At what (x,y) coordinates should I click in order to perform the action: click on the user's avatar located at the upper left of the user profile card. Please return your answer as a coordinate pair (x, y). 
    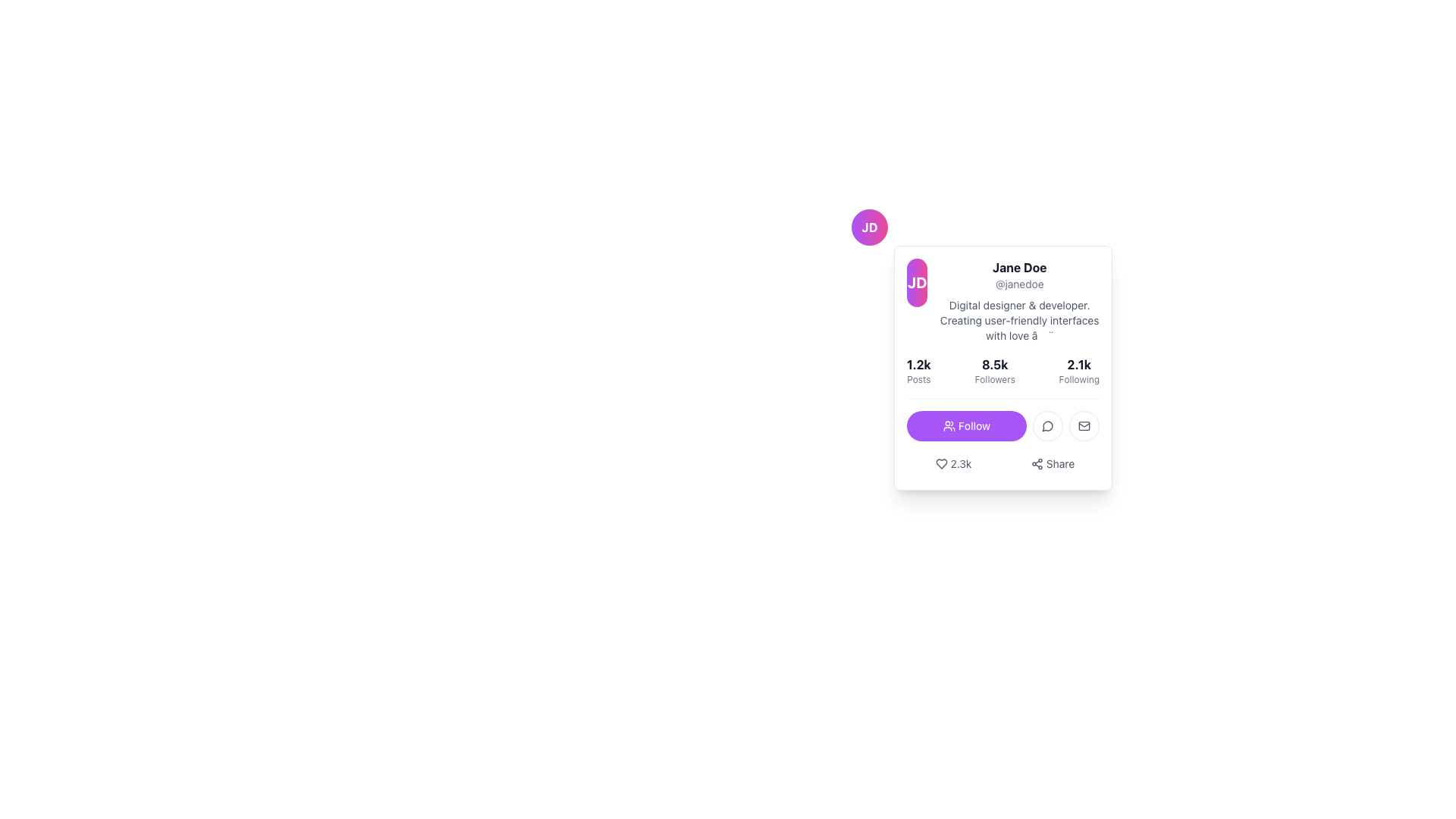
    Looking at the image, I should click on (870, 227).